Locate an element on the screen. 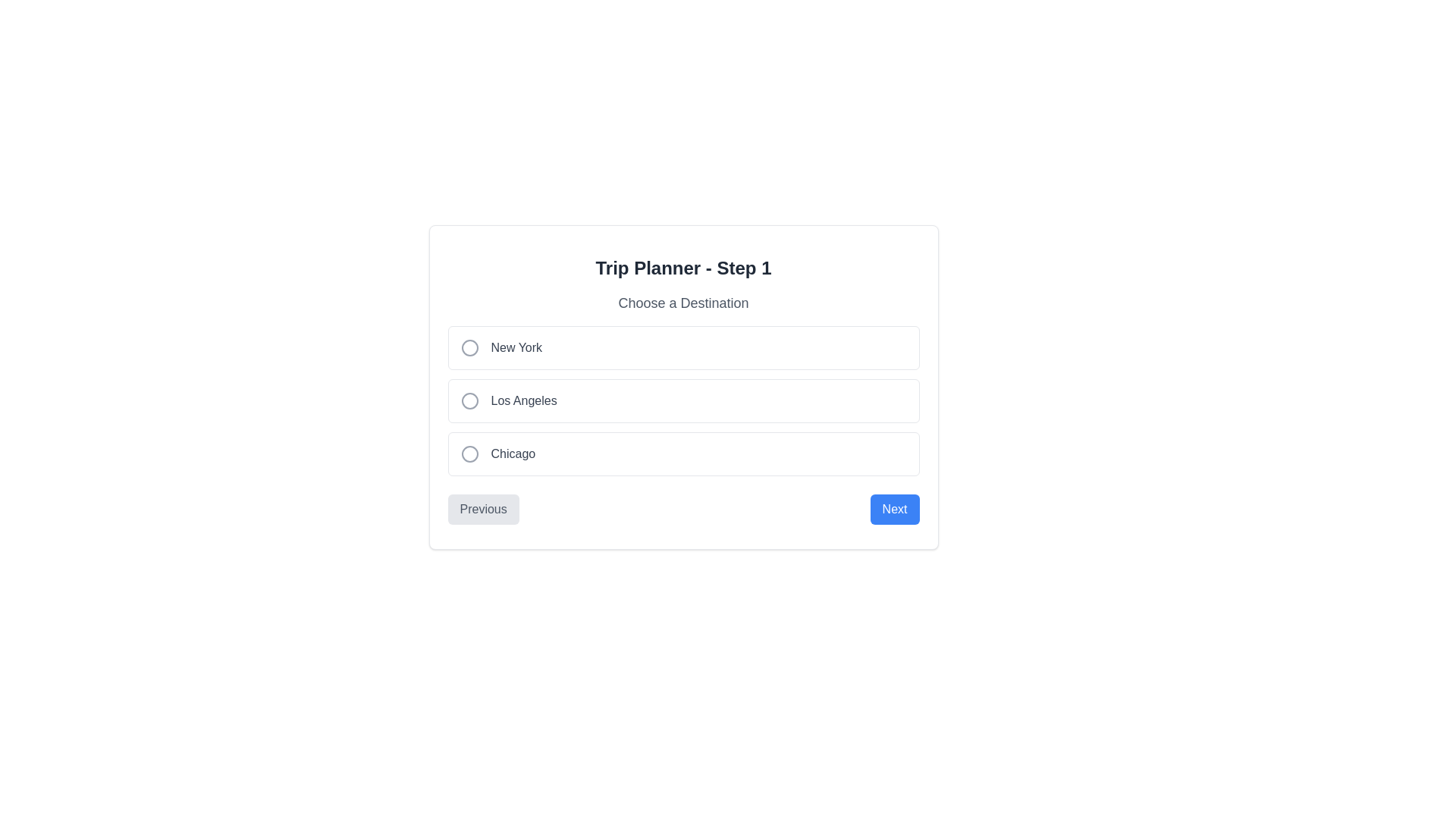 The height and width of the screenshot is (819, 1456). the 'Next' button located at the bottom right corner of the layout is located at coordinates (895, 509).